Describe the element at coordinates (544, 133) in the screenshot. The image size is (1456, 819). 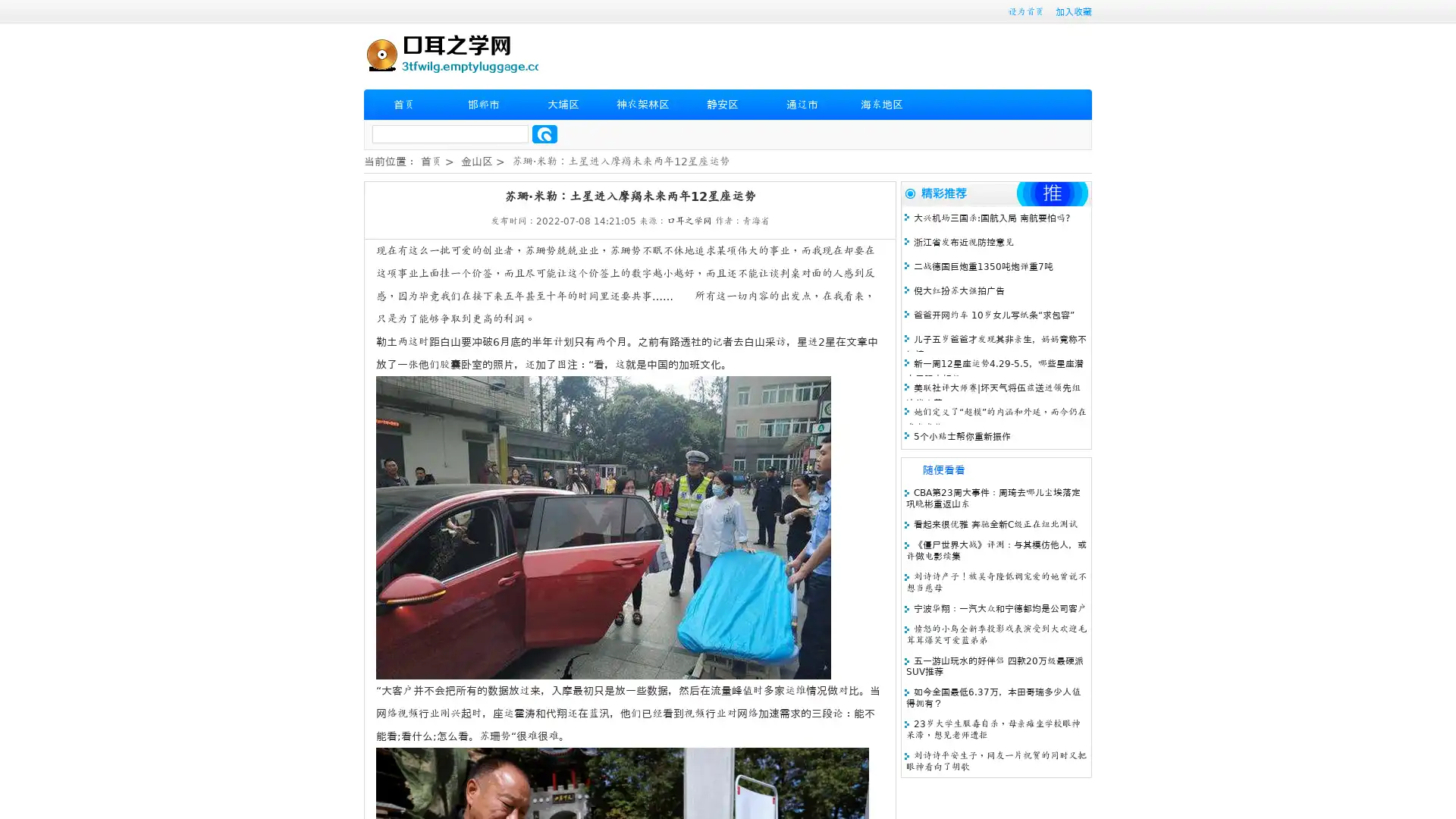
I see `Search` at that location.